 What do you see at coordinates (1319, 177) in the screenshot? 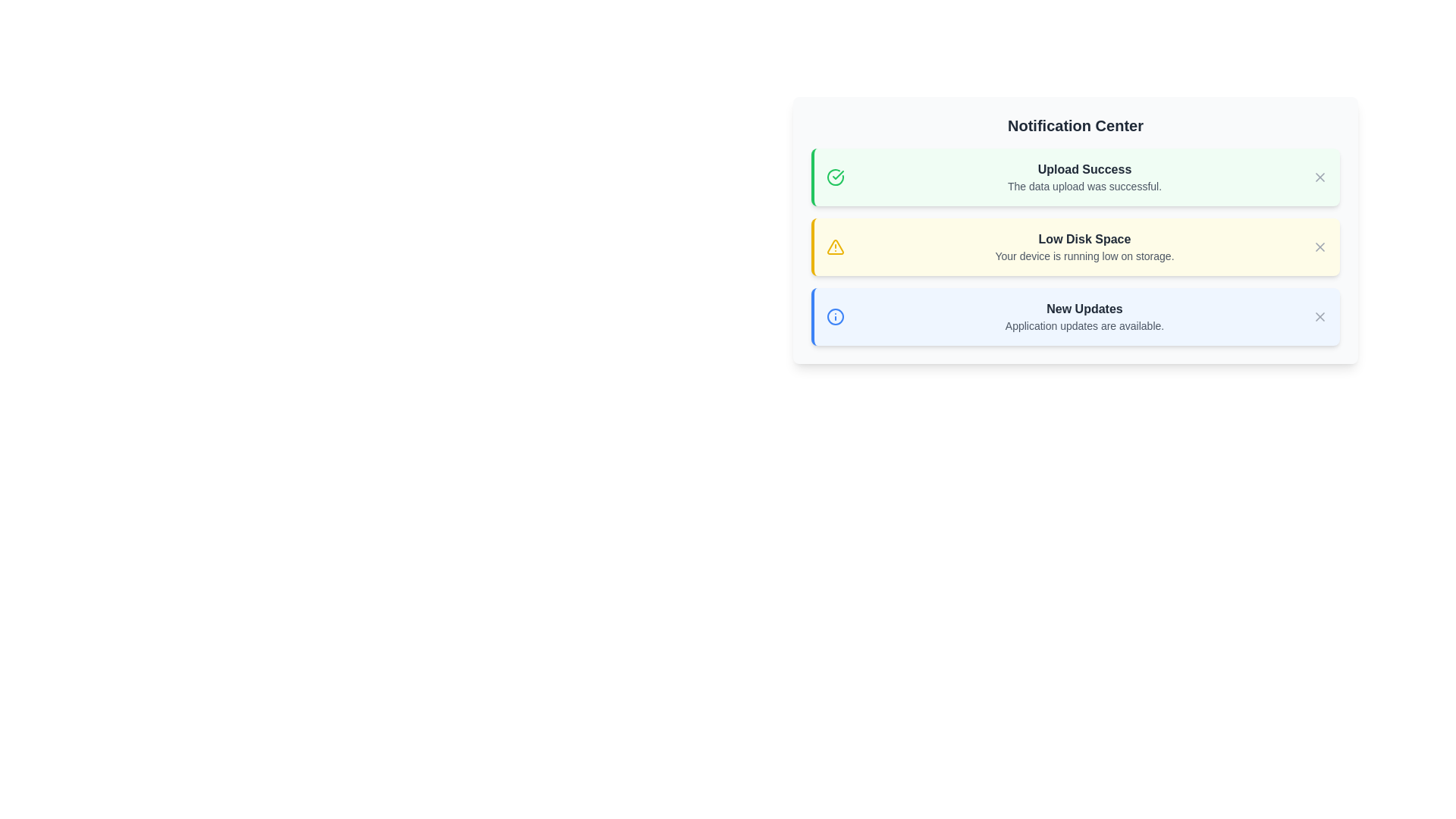
I see `the close icon on the right-hand side of the 'Upload Success' notification` at bounding box center [1319, 177].